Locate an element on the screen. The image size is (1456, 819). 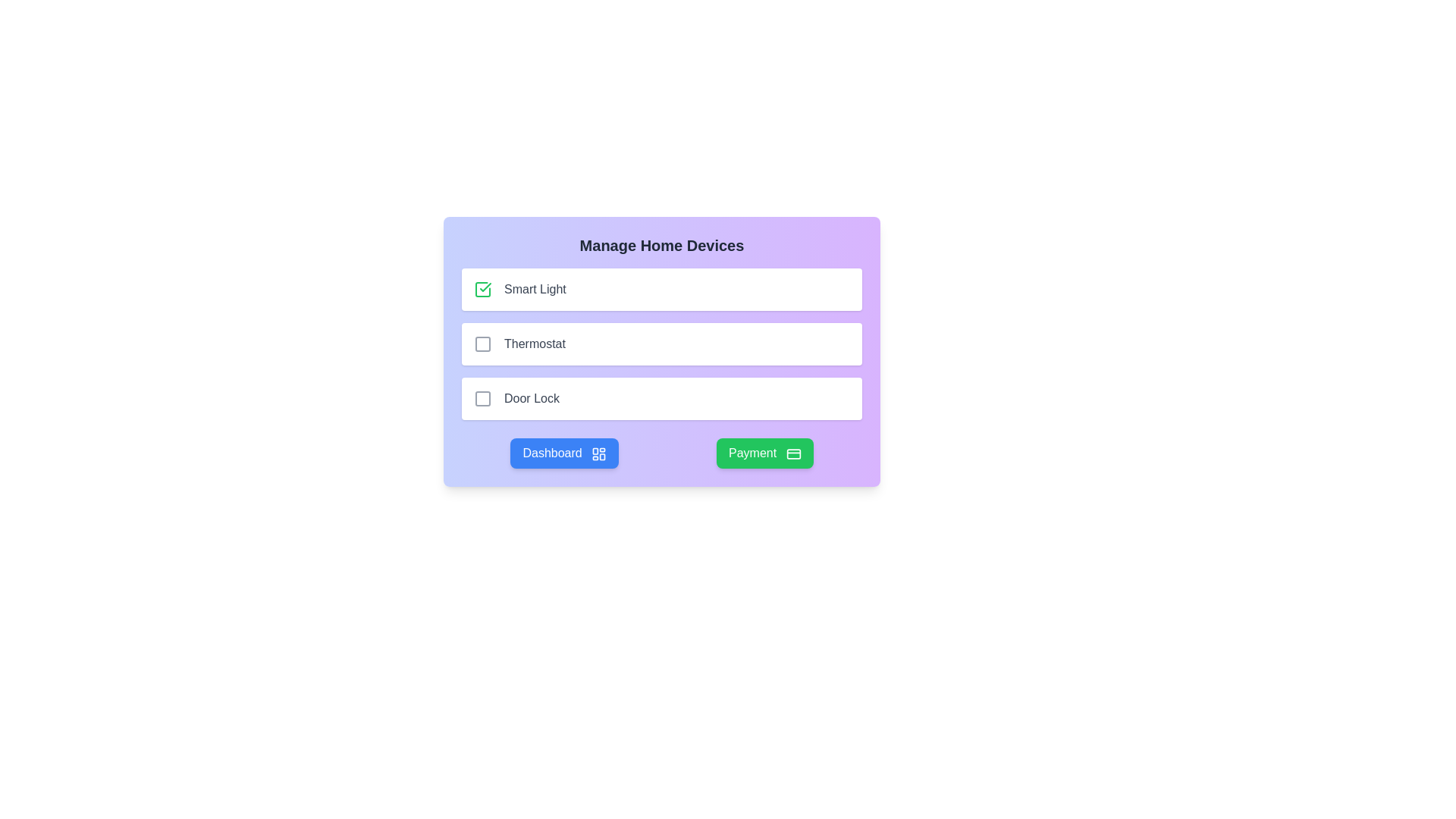
the left button in the bottom group of the card interface is located at coordinates (563, 452).